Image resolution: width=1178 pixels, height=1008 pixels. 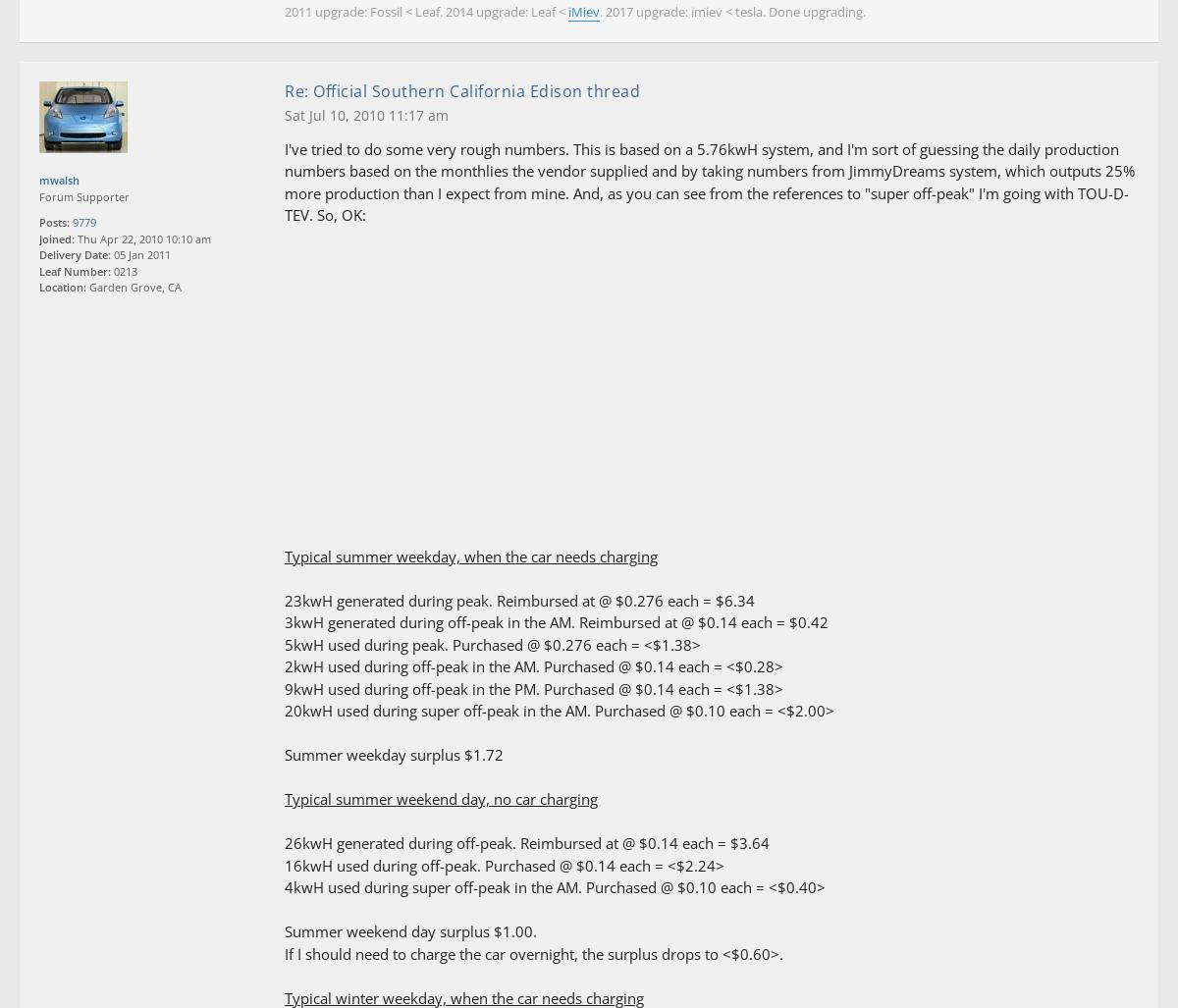 What do you see at coordinates (284, 12) in the screenshot?
I see `'2011 upgrade: Fossil < Leaf. 2014 upgrade: Leaf <'` at bounding box center [284, 12].